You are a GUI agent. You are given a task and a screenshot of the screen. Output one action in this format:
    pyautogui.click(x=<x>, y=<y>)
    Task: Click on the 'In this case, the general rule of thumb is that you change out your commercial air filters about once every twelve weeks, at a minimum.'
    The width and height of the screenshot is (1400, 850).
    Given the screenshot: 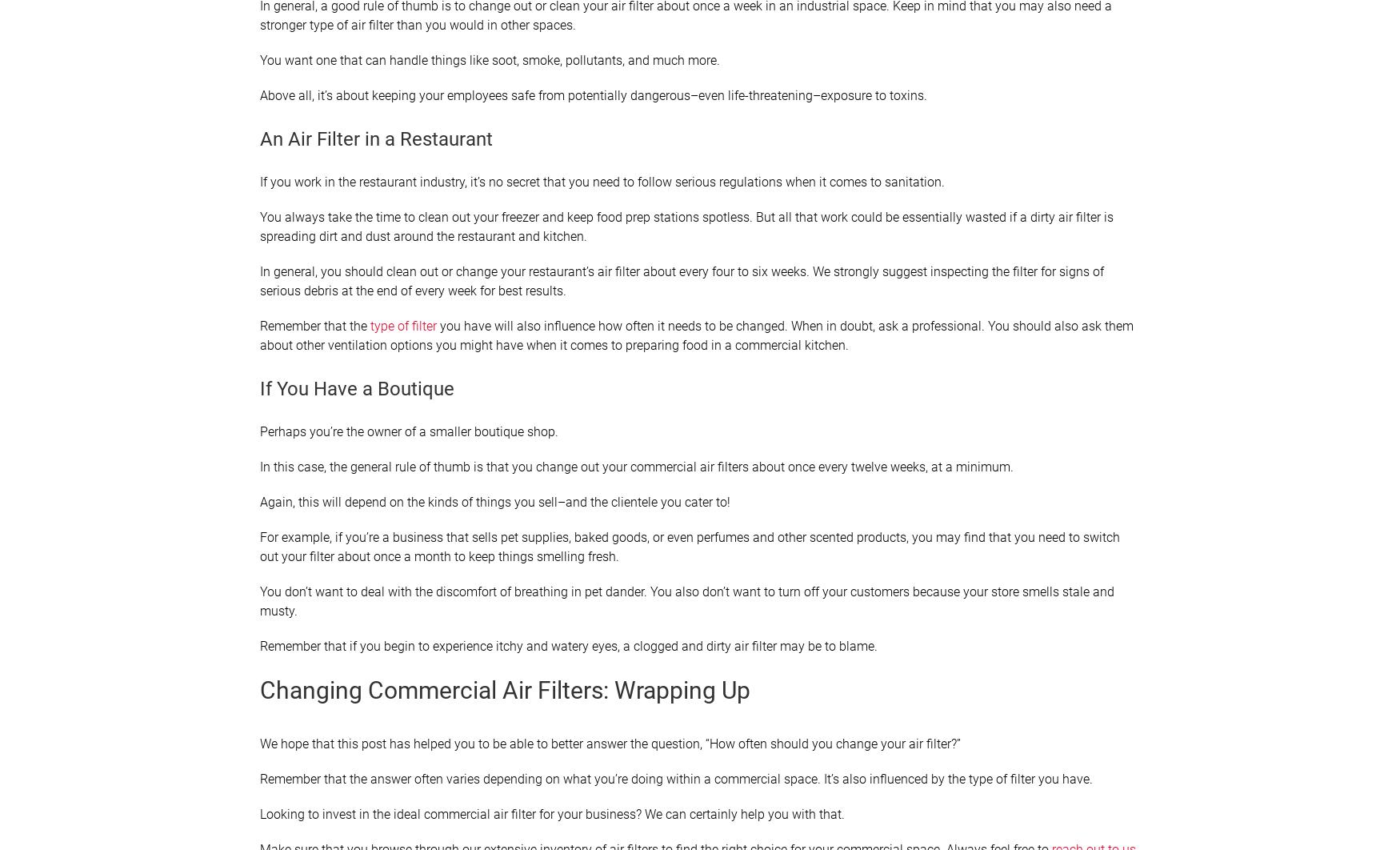 What is the action you would take?
    pyautogui.click(x=636, y=467)
    